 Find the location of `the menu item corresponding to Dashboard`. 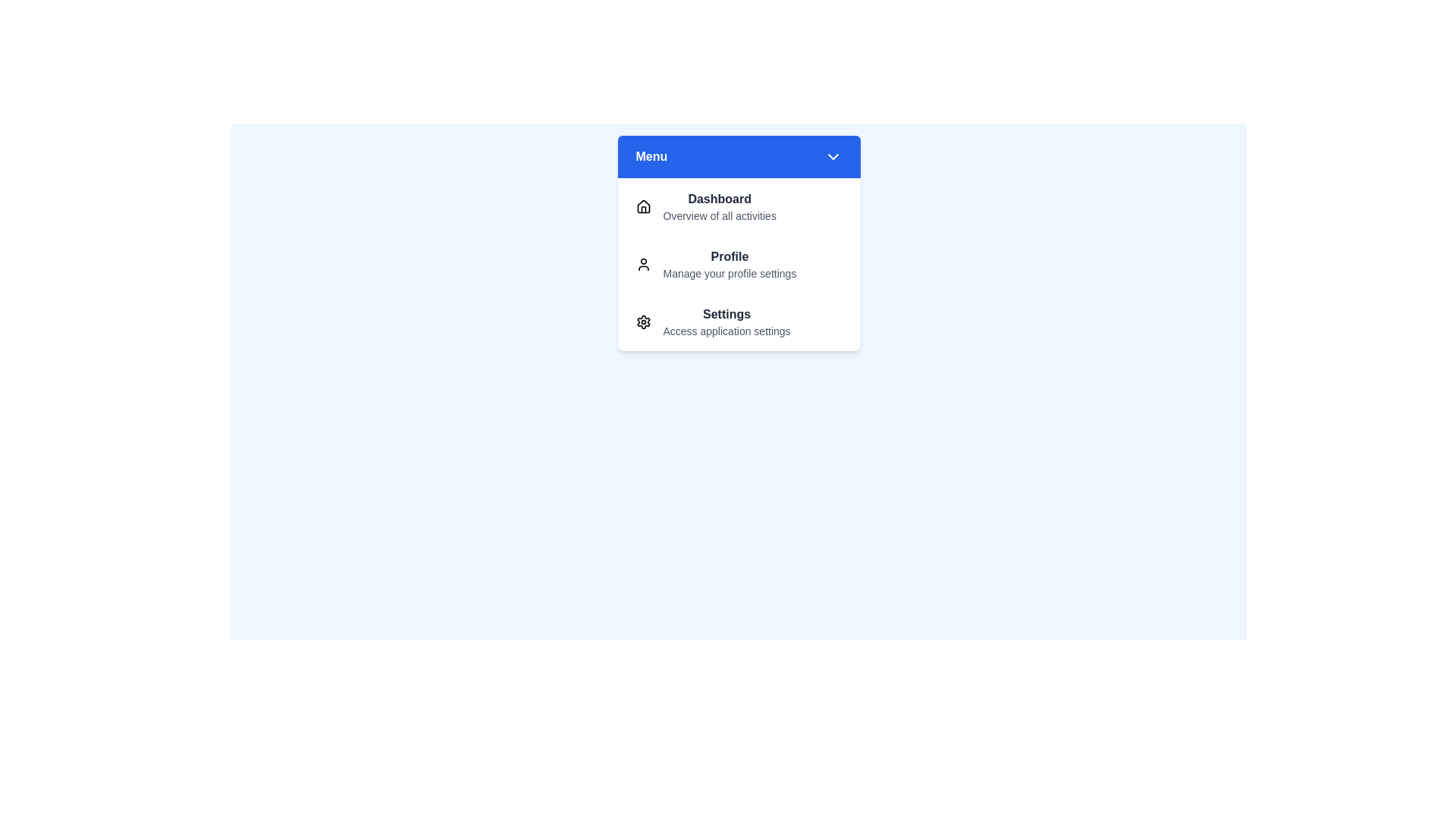

the menu item corresponding to Dashboard is located at coordinates (739, 207).